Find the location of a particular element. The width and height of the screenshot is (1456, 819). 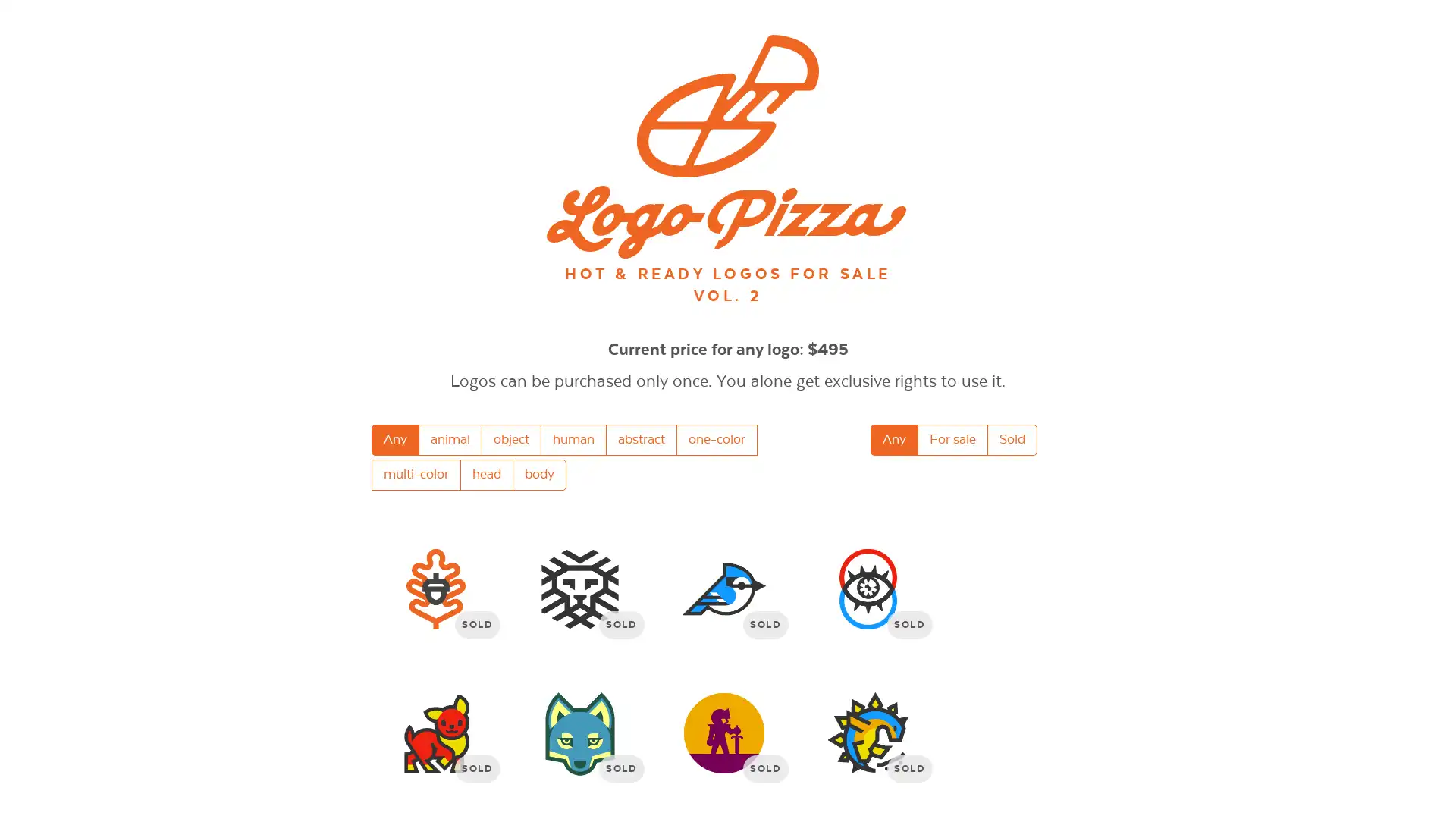

Sold is located at coordinates (1012, 440).